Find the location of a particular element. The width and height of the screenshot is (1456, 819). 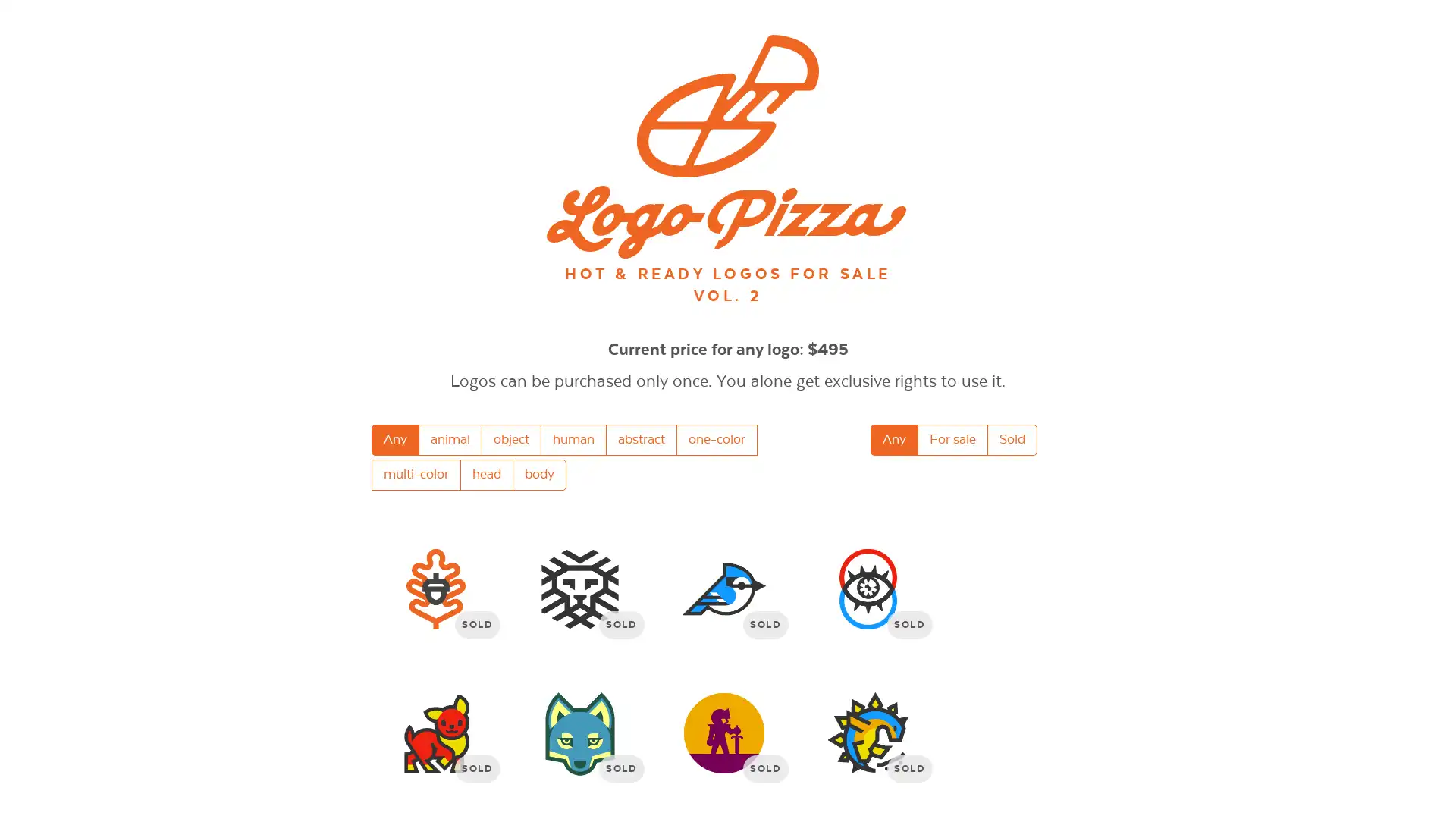

Sold is located at coordinates (1012, 440).